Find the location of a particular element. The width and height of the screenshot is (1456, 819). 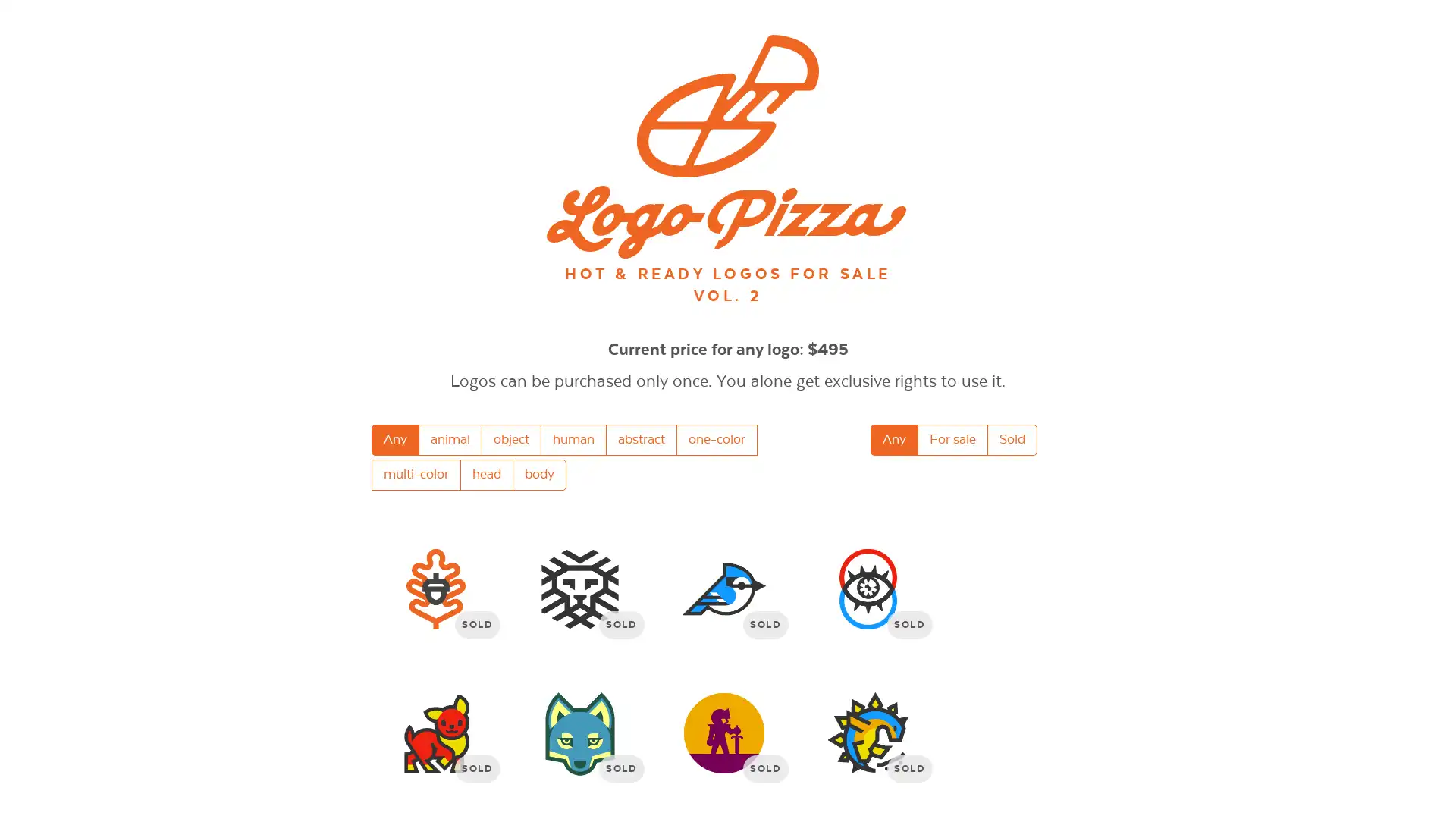

Sold is located at coordinates (1012, 440).